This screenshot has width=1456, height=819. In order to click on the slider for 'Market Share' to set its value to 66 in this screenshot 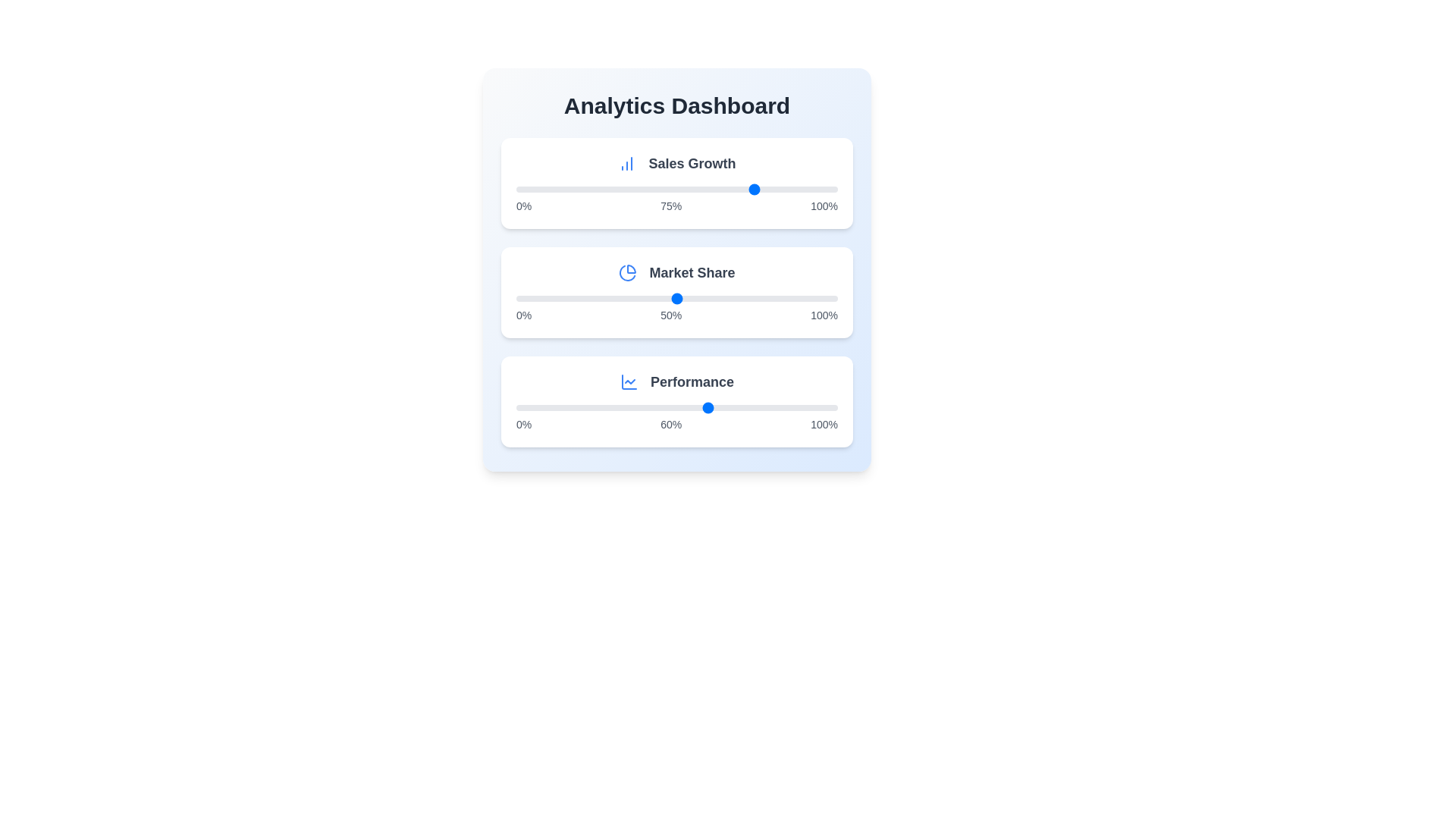, I will do `click(728, 298)`.